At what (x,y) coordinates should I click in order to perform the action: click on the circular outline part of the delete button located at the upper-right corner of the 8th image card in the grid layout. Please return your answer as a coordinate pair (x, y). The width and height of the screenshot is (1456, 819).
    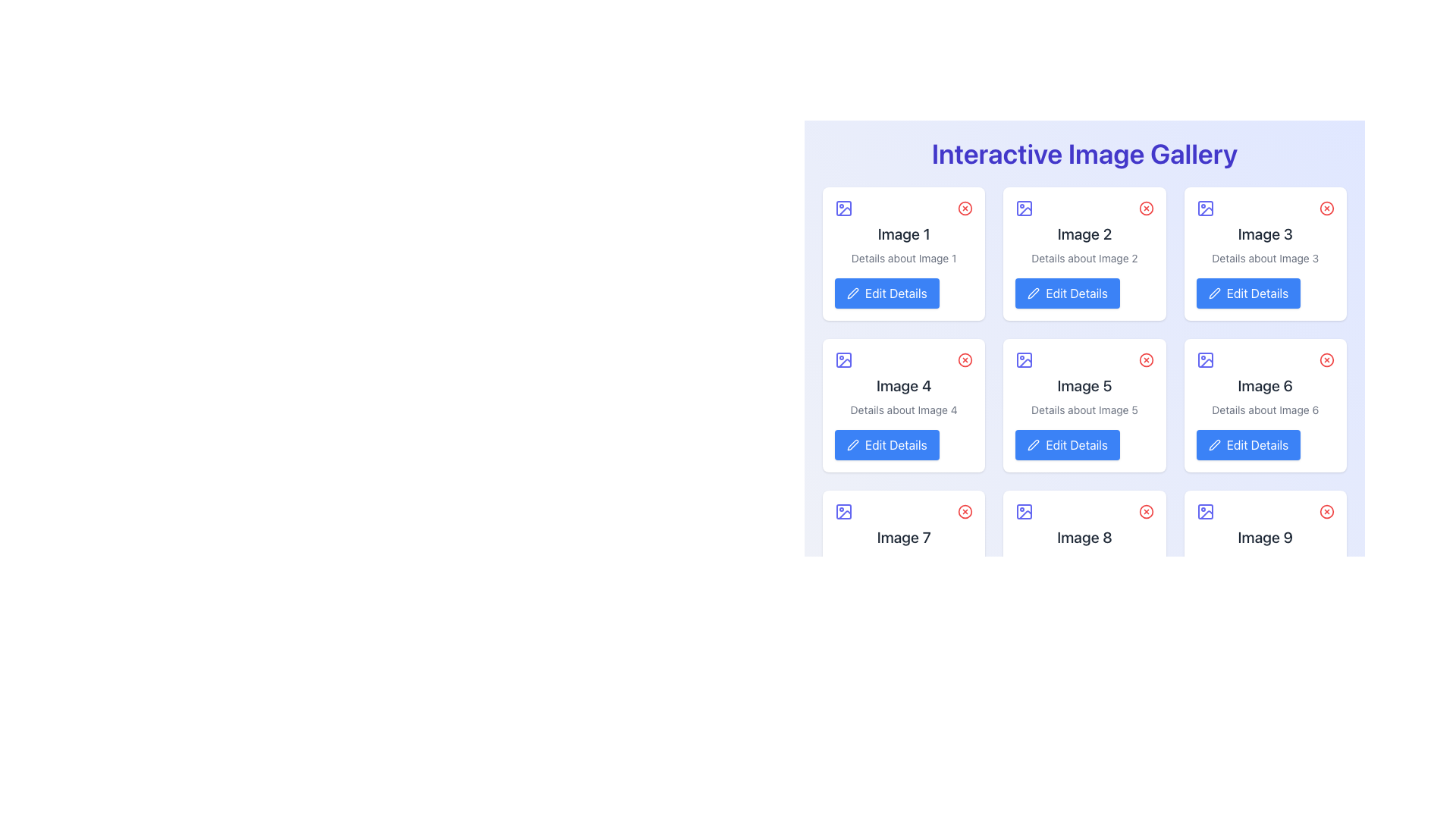
    Looking at the image, I should click on (1146, 512).